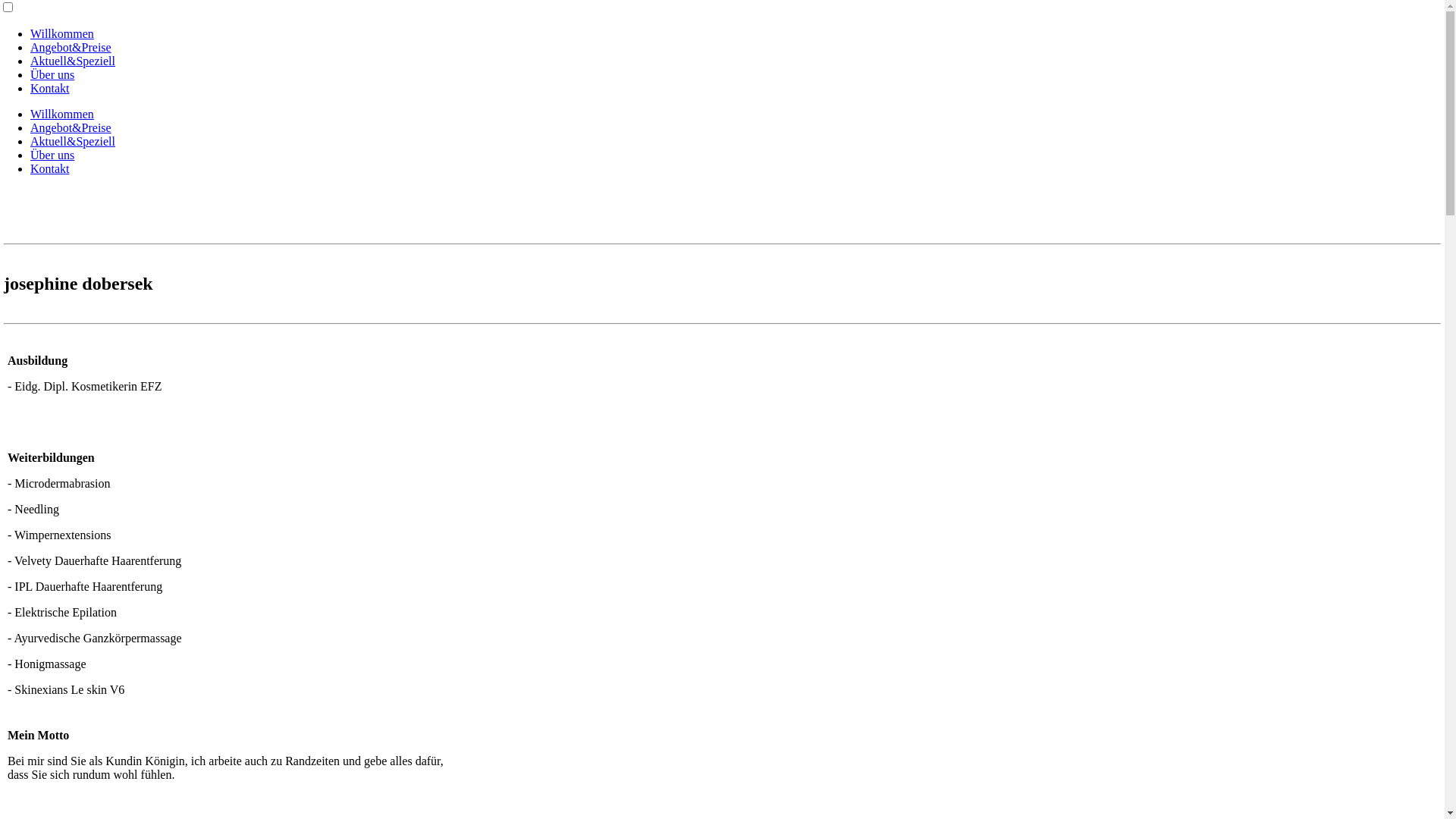 The height and width of the screenshot is (819, 1456). Describe the element at coordinates (70, 46) in the screenshot. I see `'Angebot&Preise'` at that location.